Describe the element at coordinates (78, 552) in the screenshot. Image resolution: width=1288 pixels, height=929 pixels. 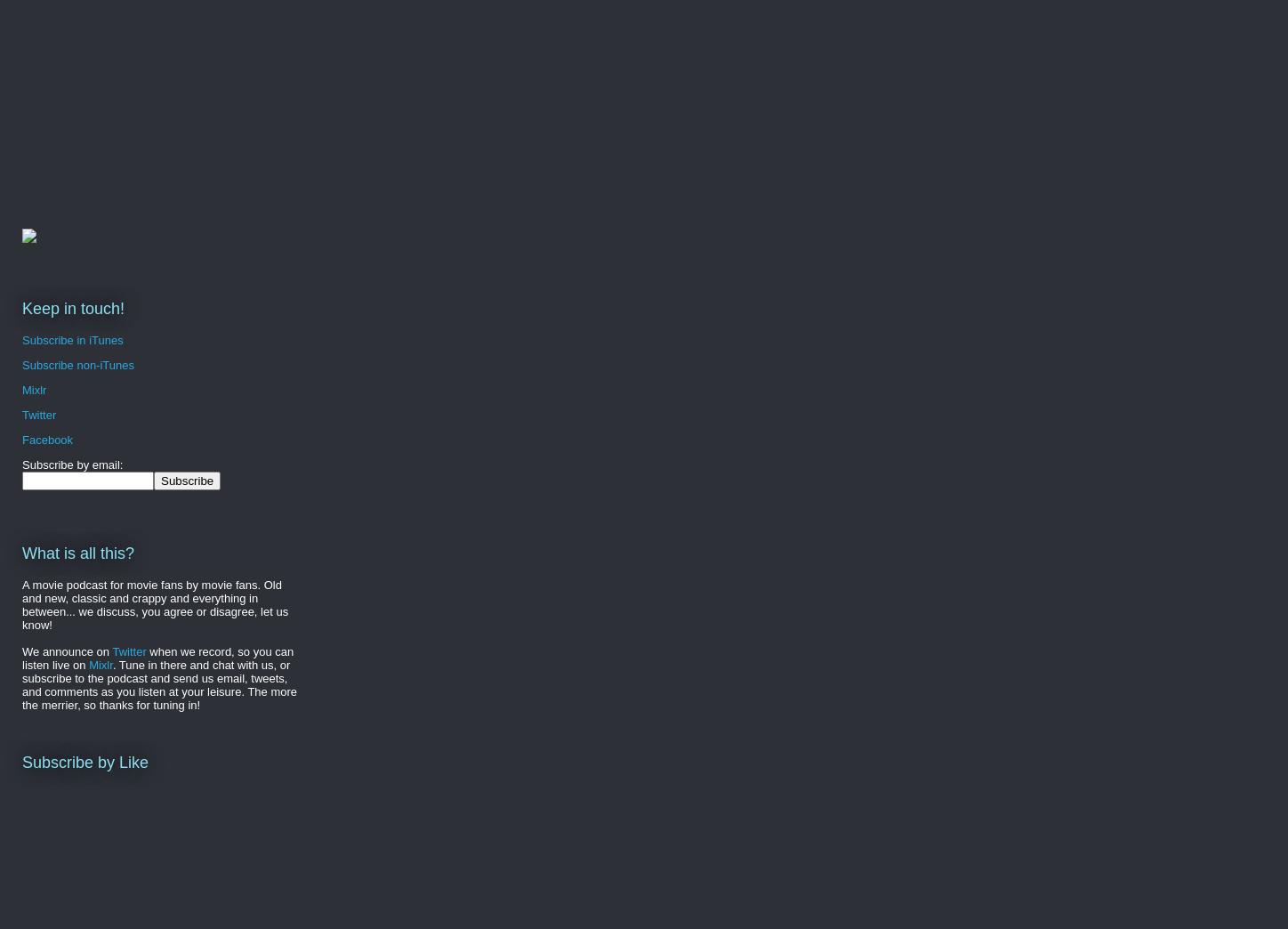
I see `'What is all this?'` at that location.